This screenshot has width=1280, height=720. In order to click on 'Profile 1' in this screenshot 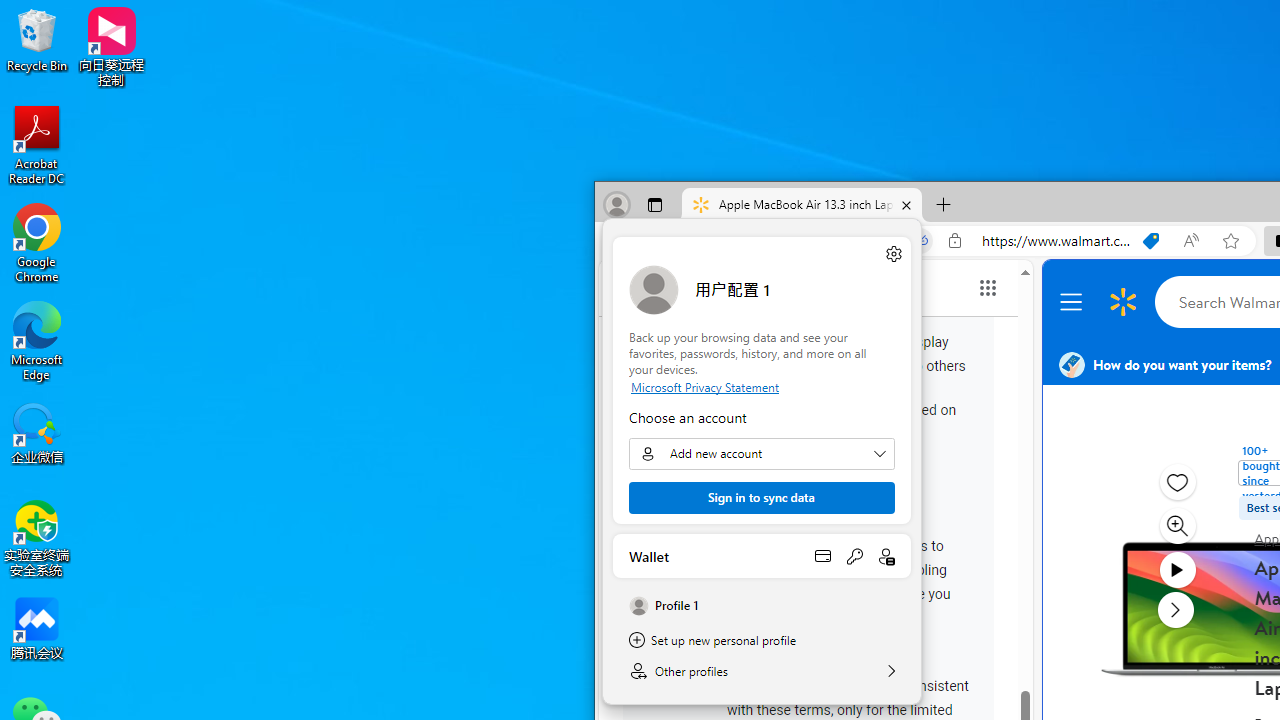, I will do `click(761, 605)`.